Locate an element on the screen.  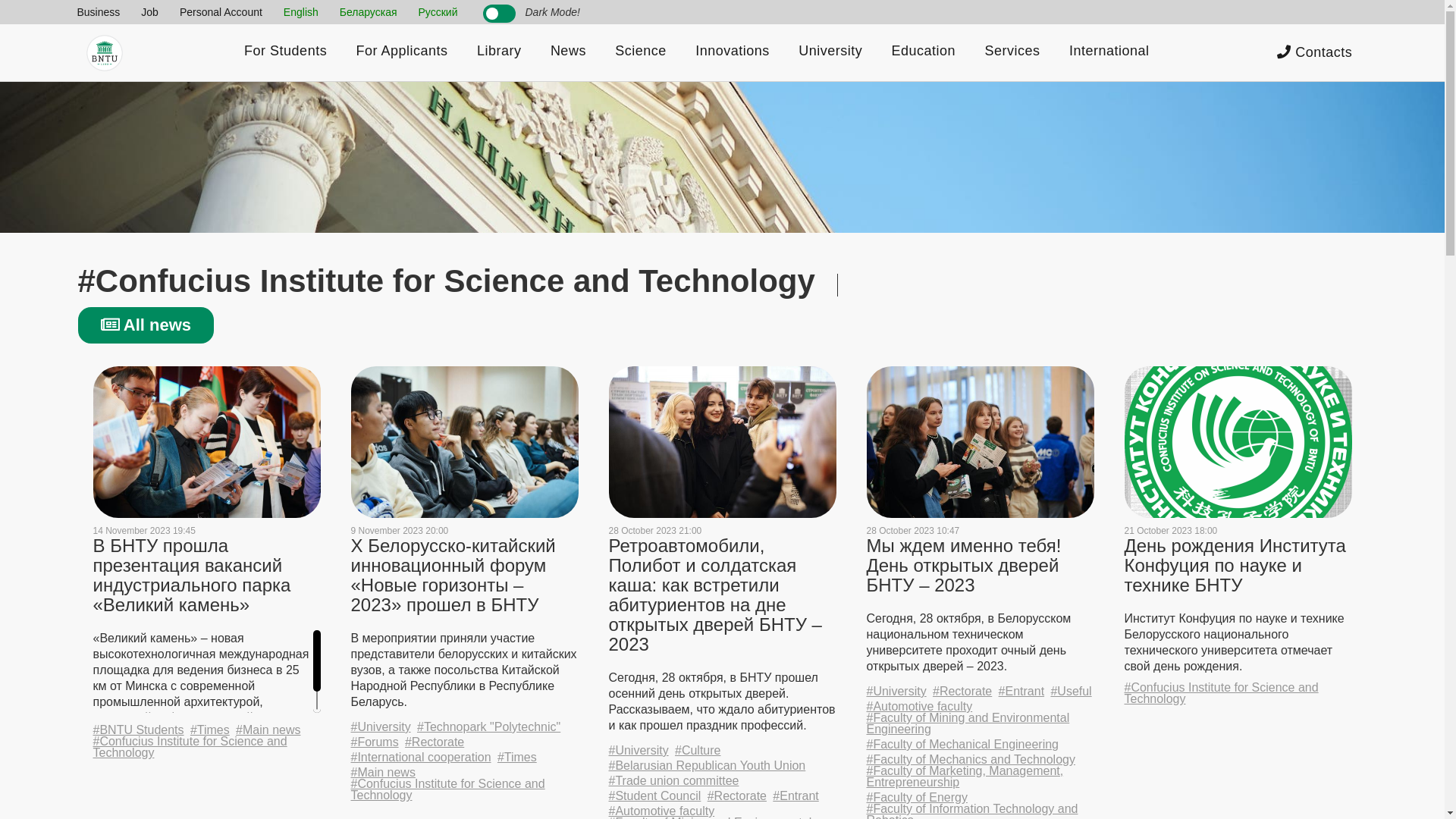
'Science' is located at coordinates (640, 52).